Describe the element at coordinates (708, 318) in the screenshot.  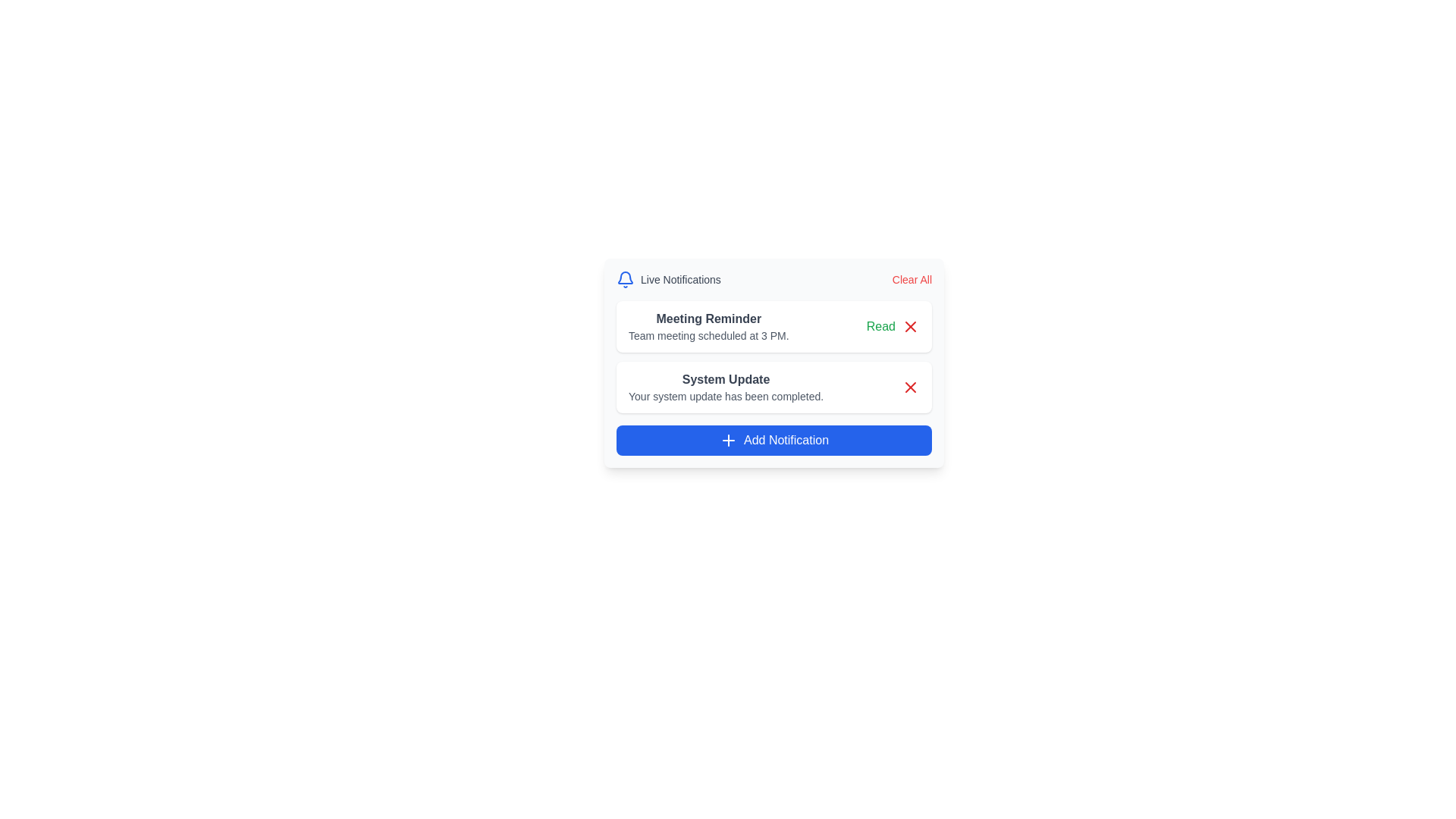
I see `the Text Label that serves as the title for the notification, located at the upper-middle portion of the notification card, above the descriptive text` at that location.